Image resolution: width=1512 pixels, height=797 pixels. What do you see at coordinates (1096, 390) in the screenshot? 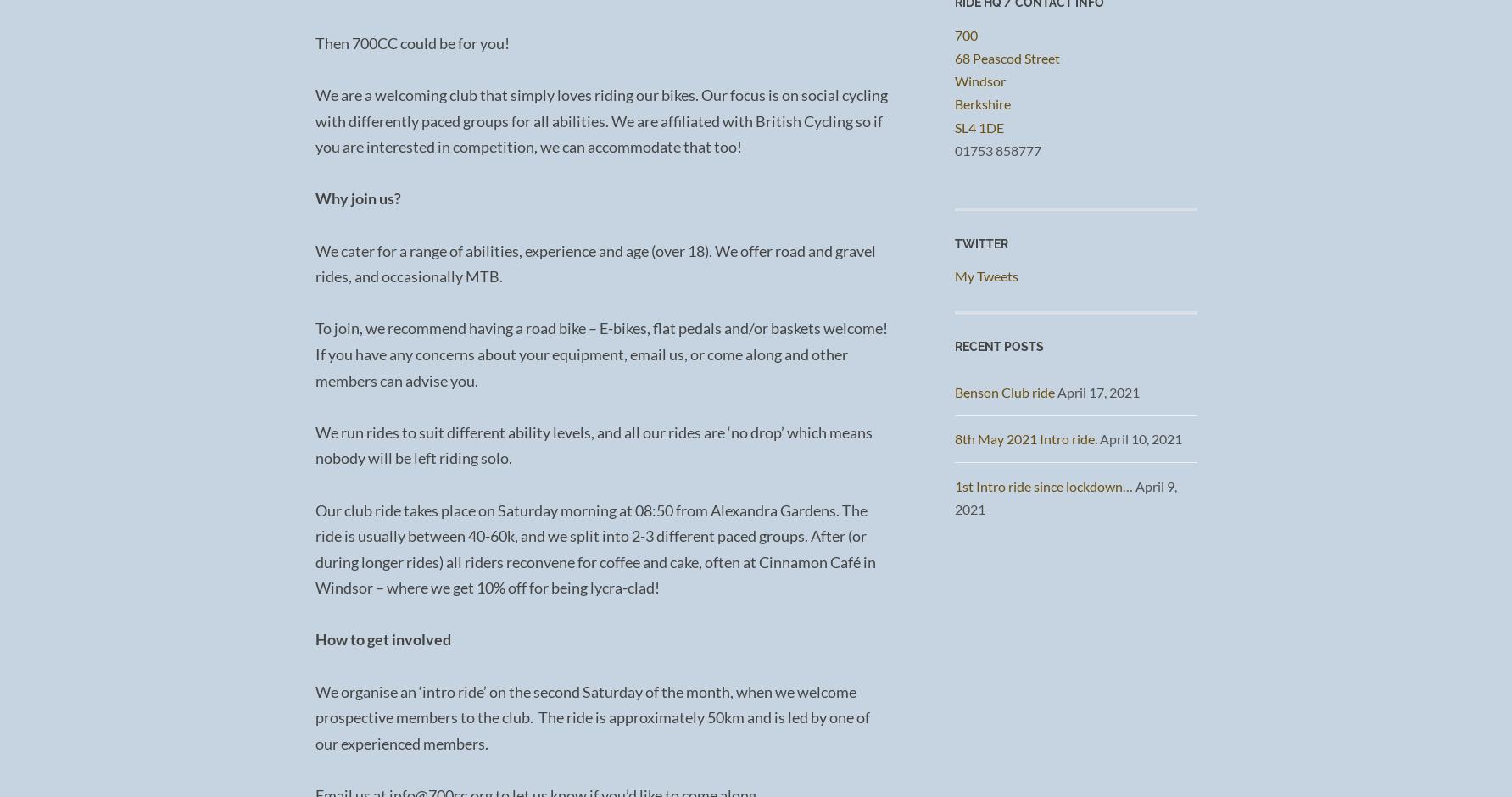
I see `'April 17, 2021'` at bounding box center [1096, 390].